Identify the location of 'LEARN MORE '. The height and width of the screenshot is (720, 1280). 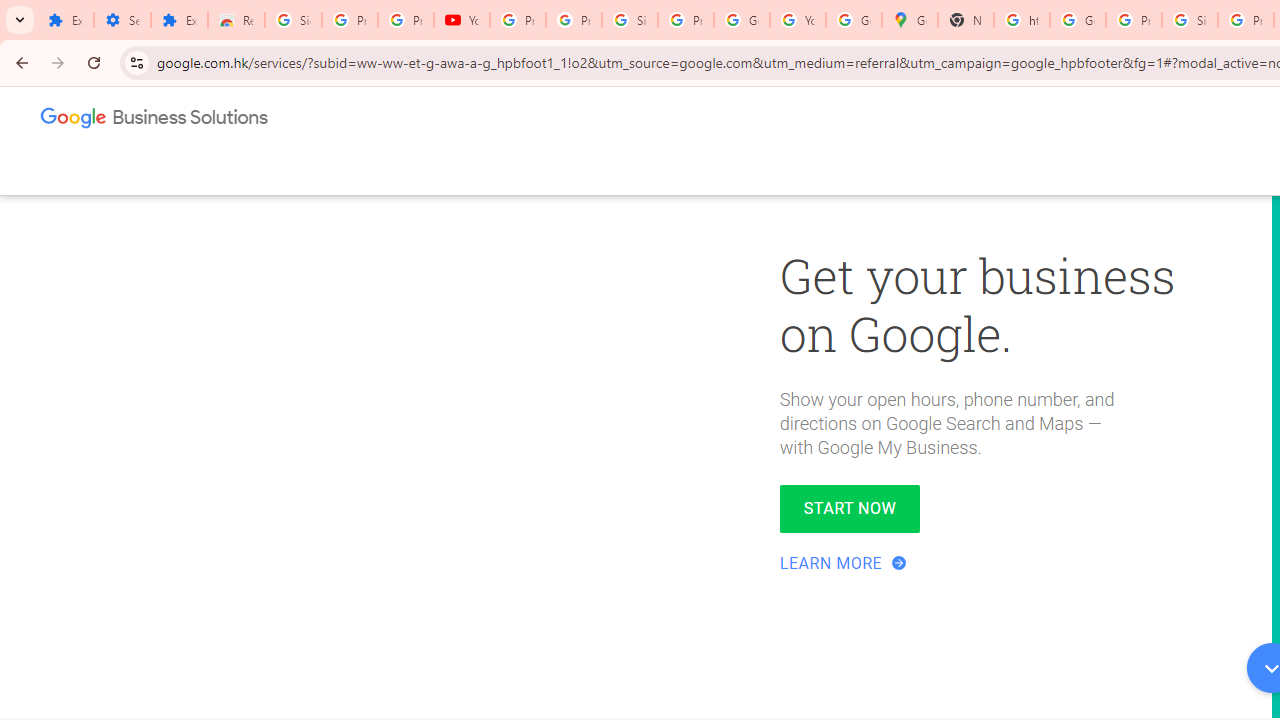
(845, 563).